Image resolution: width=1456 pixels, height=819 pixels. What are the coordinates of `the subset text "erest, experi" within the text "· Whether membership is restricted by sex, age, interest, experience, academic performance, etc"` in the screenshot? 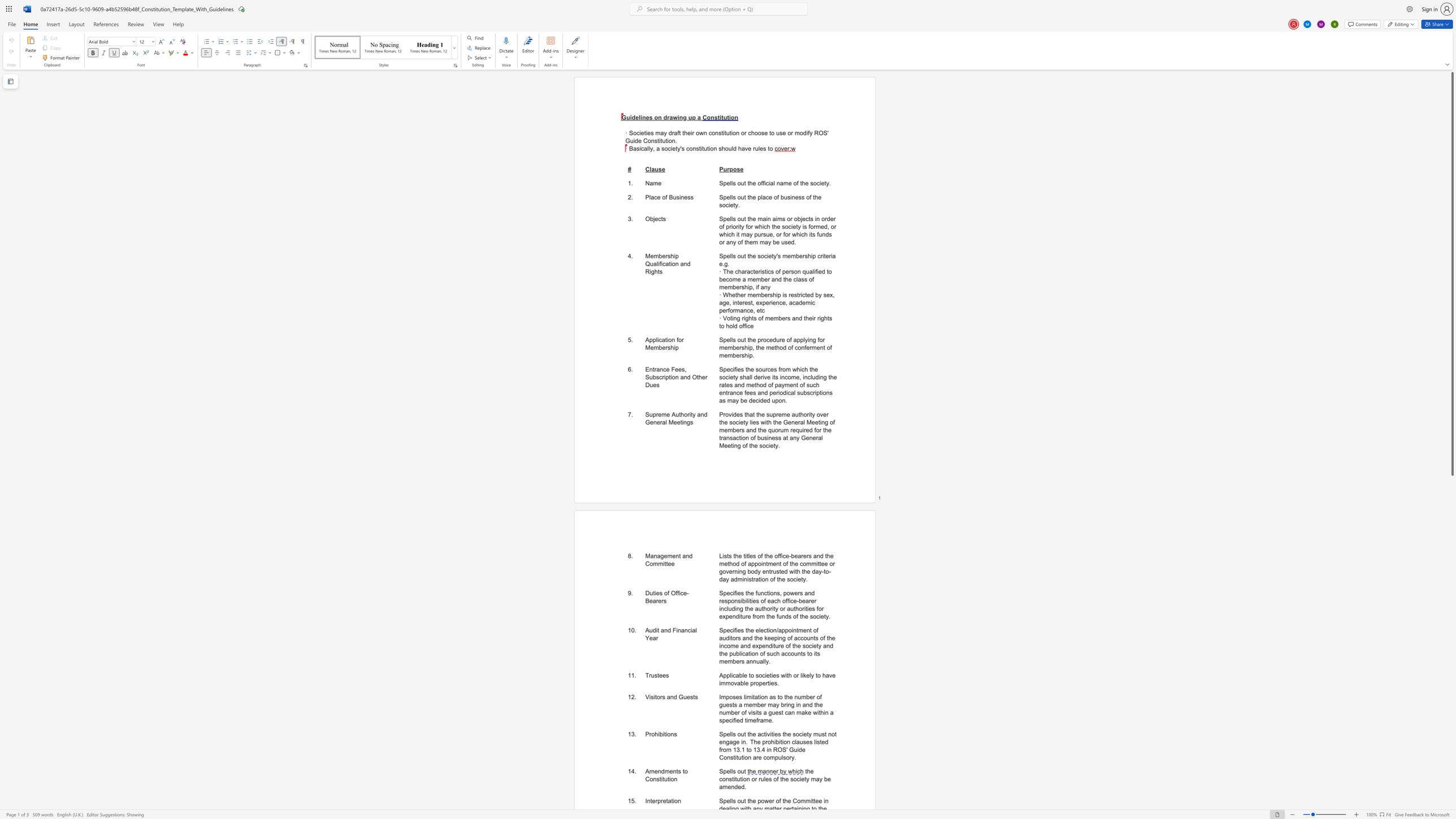 It's located at (739, 302).